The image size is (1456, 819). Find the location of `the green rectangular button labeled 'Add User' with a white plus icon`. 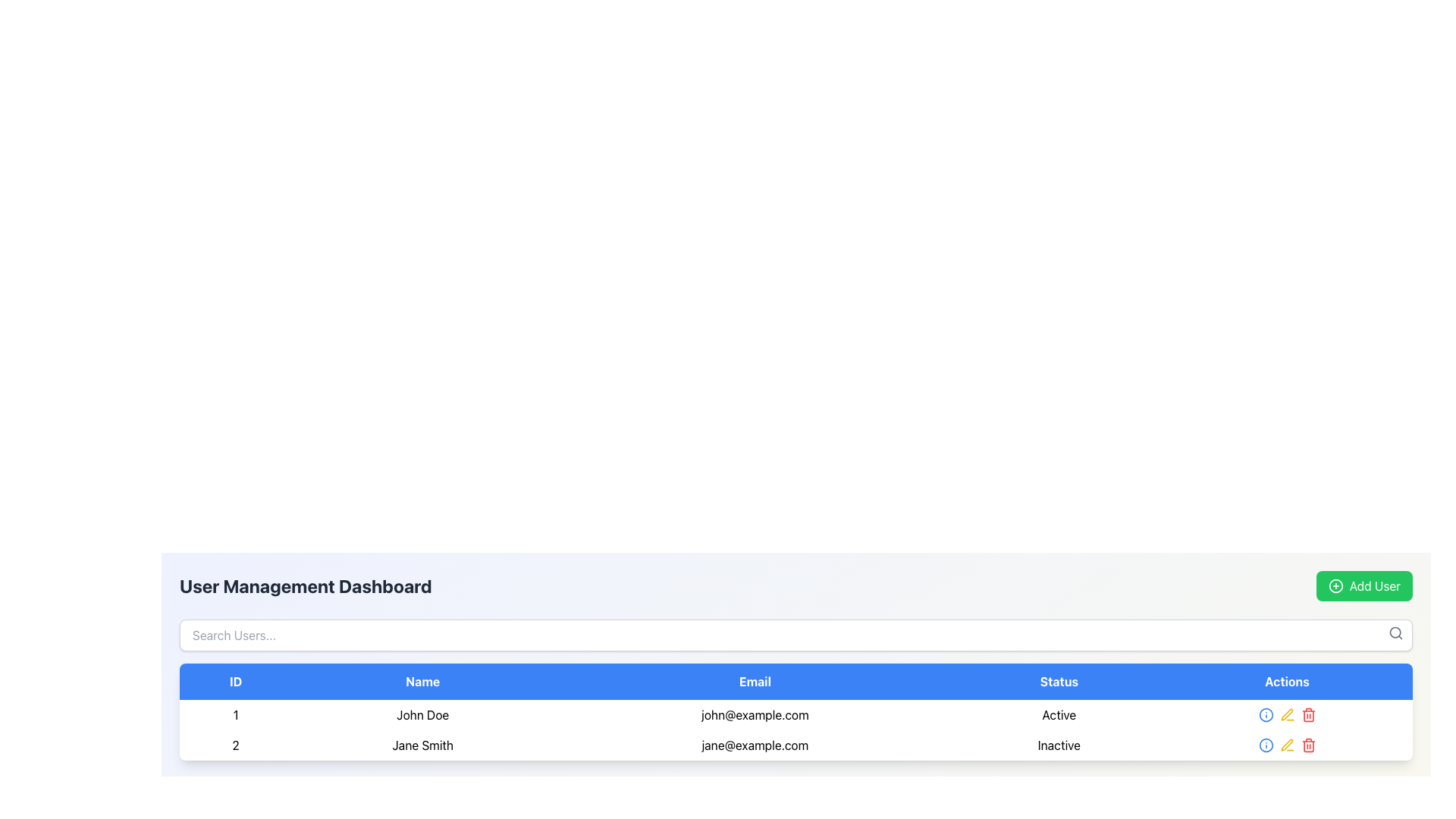

the green rectangular button labeled 'Add User' with a white plus icon is located at coordinates (1364, 585).